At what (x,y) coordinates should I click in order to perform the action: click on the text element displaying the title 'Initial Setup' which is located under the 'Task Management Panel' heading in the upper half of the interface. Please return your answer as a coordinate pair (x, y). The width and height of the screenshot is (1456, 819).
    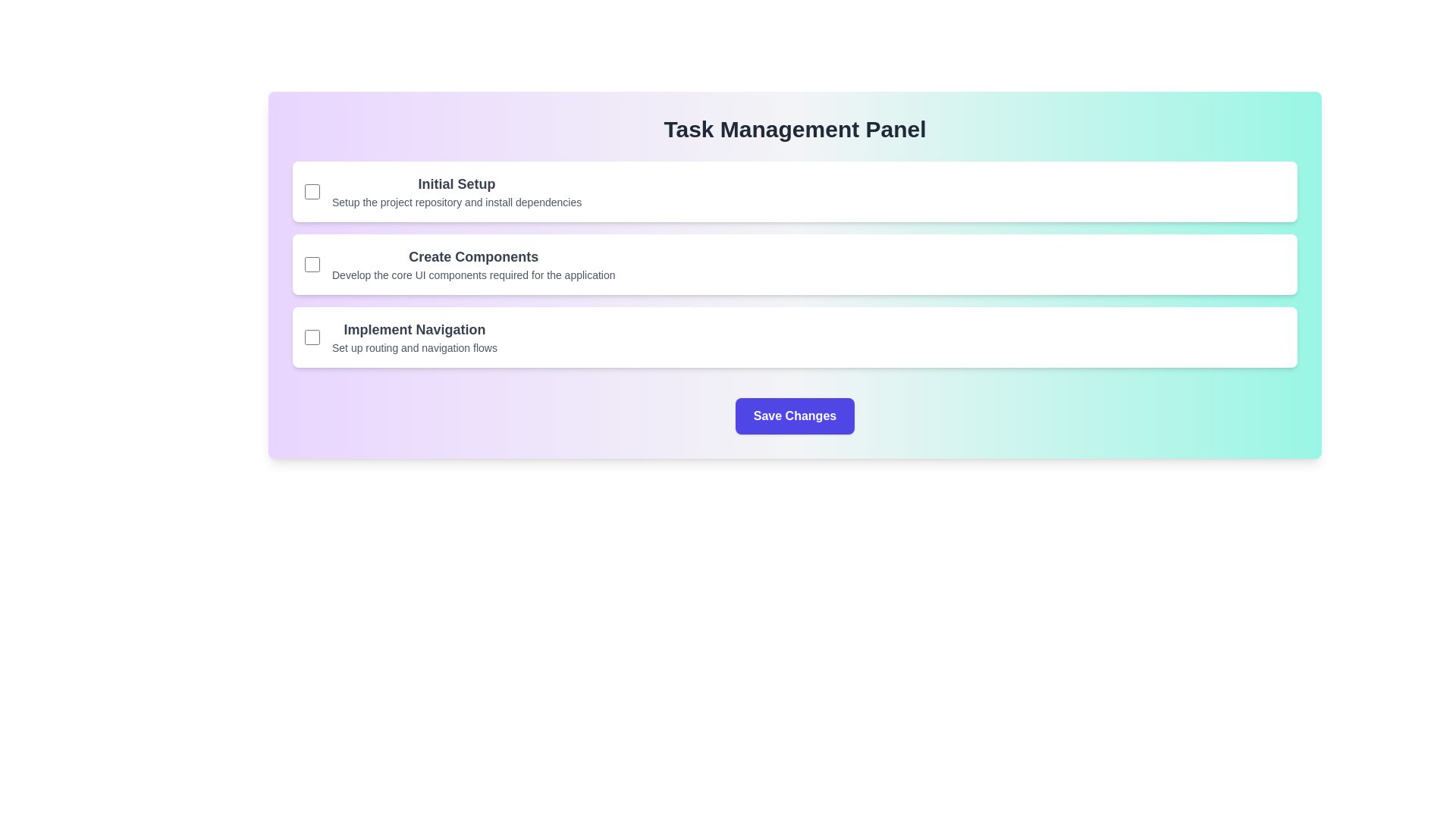
    Looking at the image, I should click on (456, 184).